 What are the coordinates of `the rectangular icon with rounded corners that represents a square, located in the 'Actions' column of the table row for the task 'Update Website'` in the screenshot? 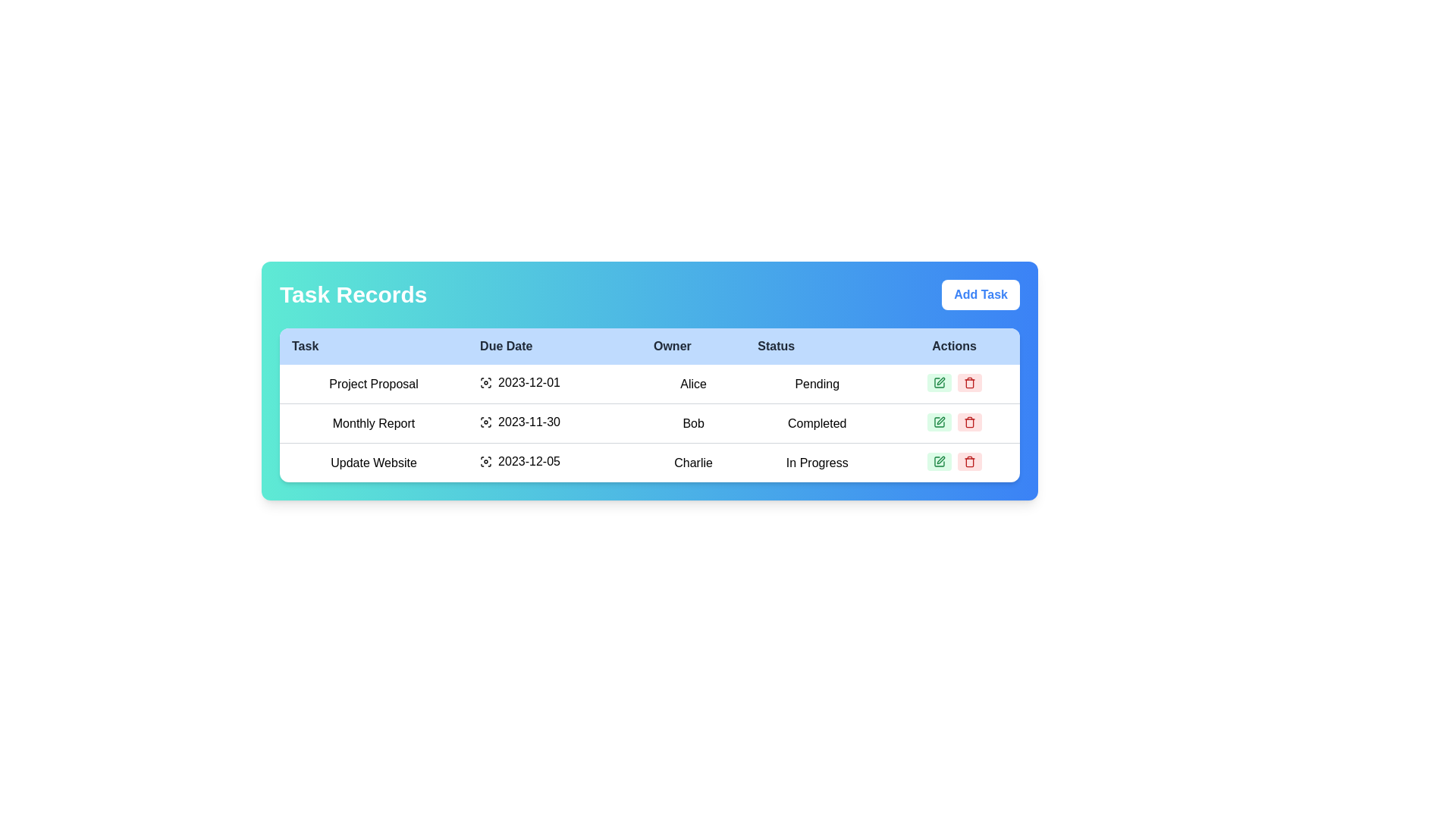 It's located at (938, 422).